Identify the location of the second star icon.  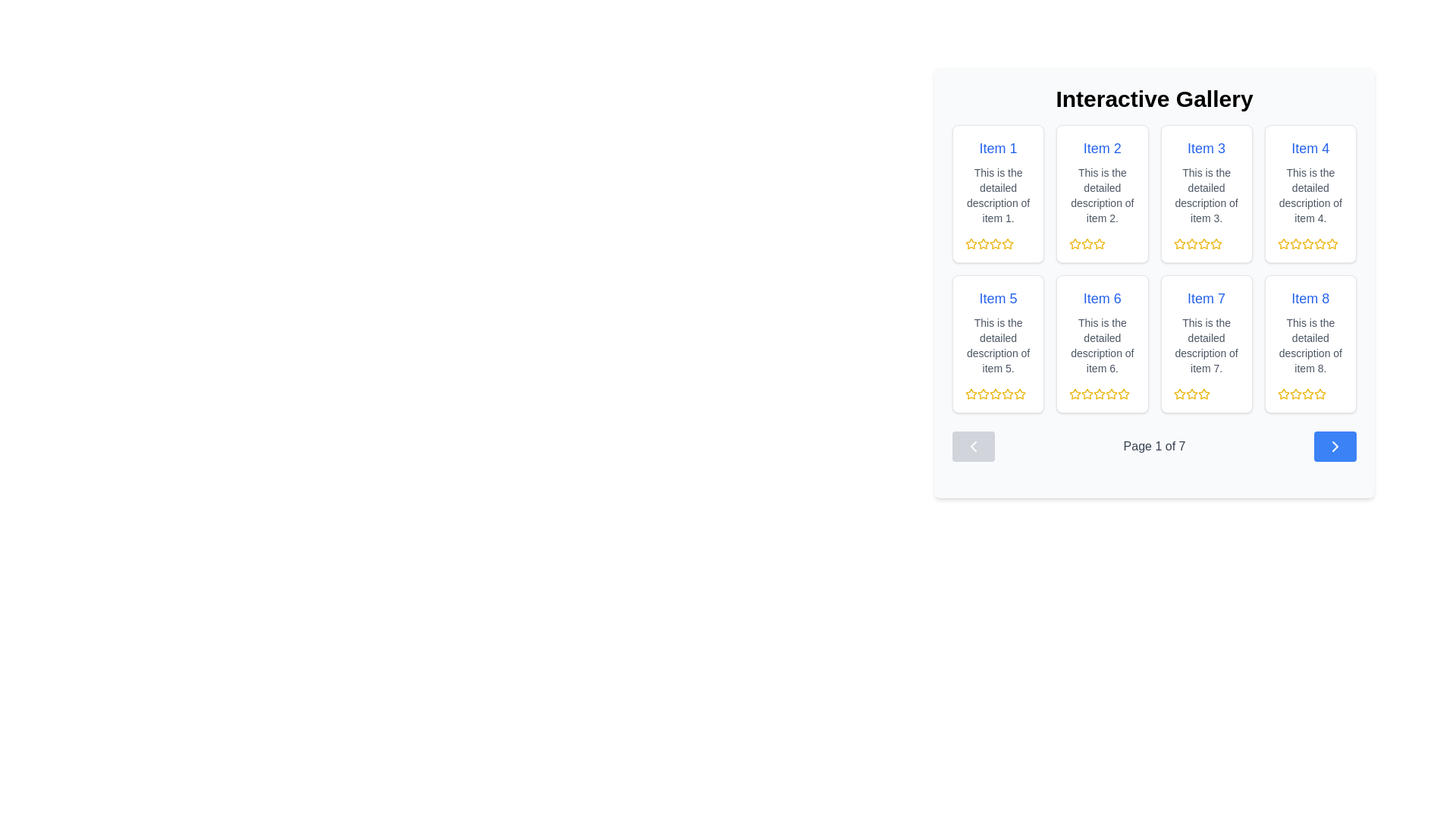
(1087, 242).